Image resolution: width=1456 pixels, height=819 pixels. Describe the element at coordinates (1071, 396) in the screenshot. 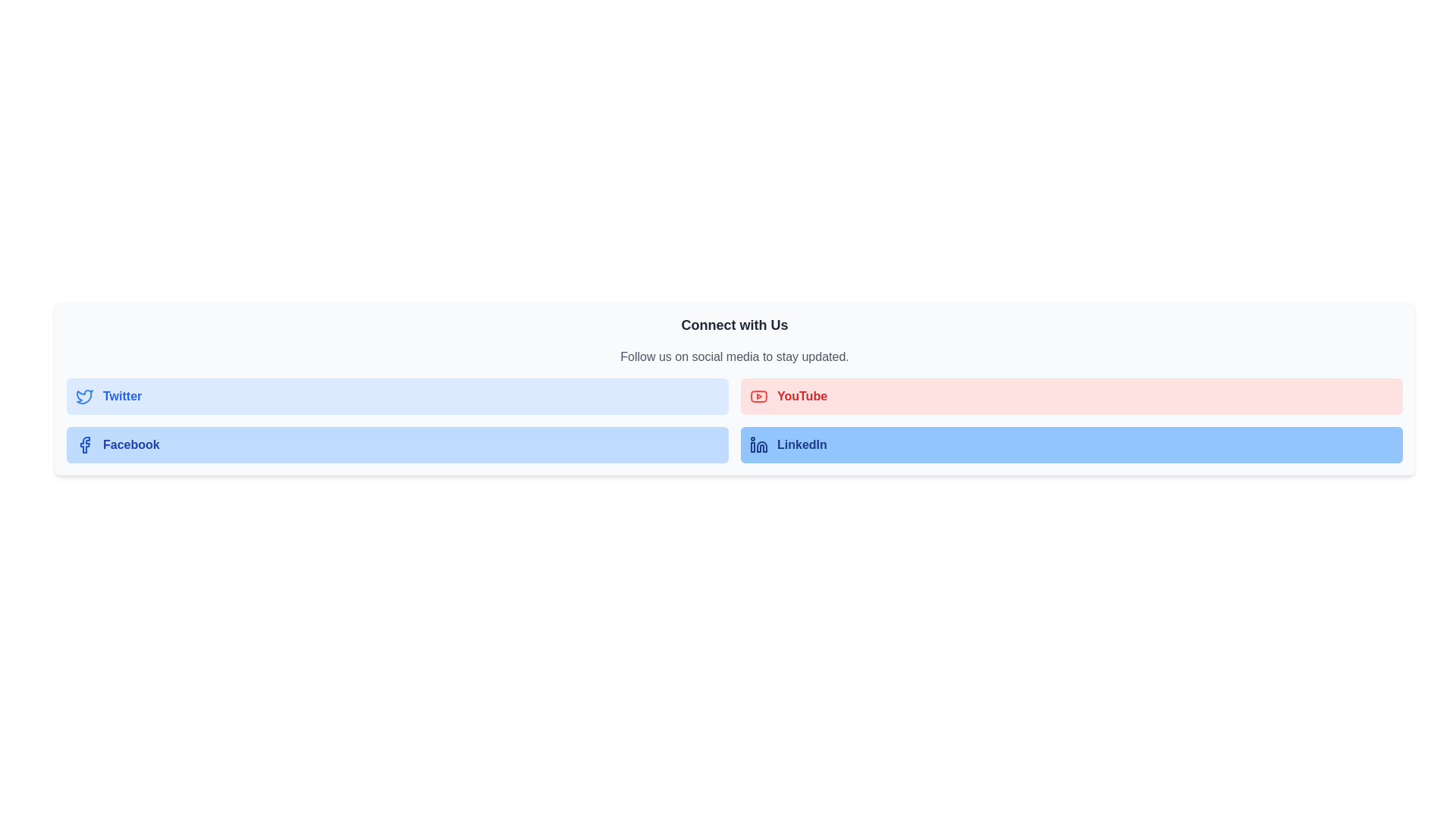

I see `the YouTube button, which is a clickable button styled as a hyperlink with a light red background and contains a YouTube logo and bold red text reading 'YouTube'` at that location.